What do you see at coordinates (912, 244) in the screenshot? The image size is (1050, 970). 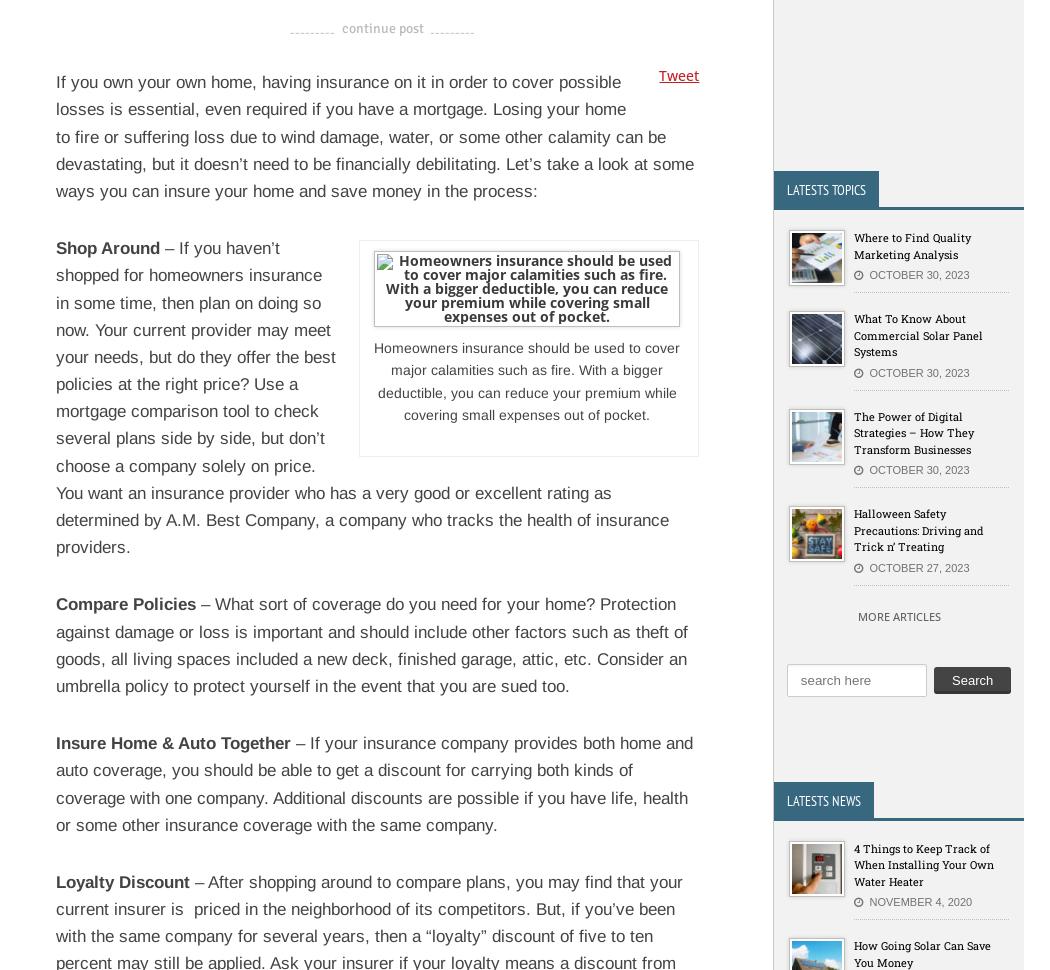 I see `'Where to Find Quality Marketing Analysis'` at bounding box center [912, 244].